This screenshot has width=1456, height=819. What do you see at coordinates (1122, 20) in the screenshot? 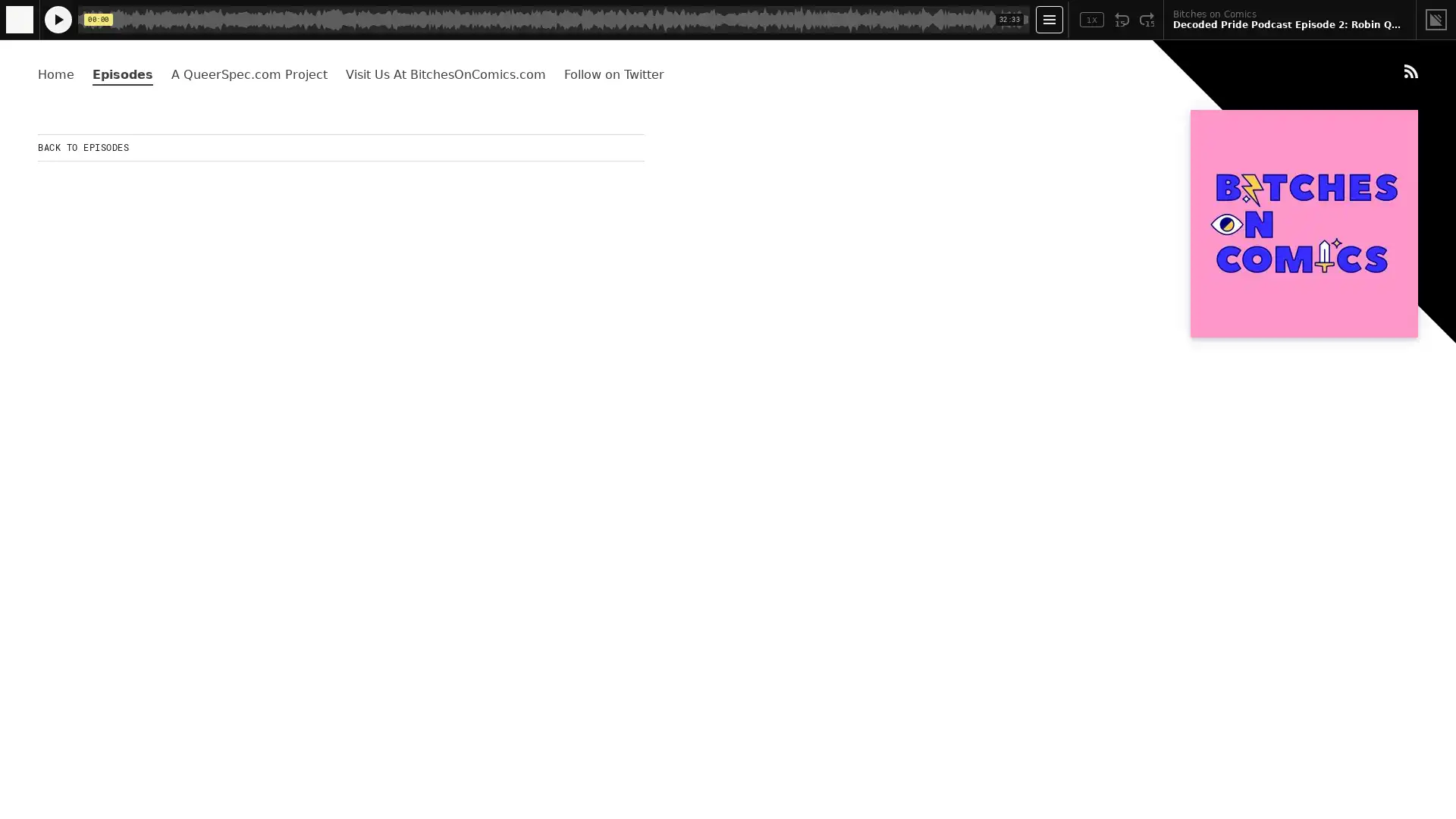
I see `Rewind 15 Seconds` at bounding box center [1122, 20].